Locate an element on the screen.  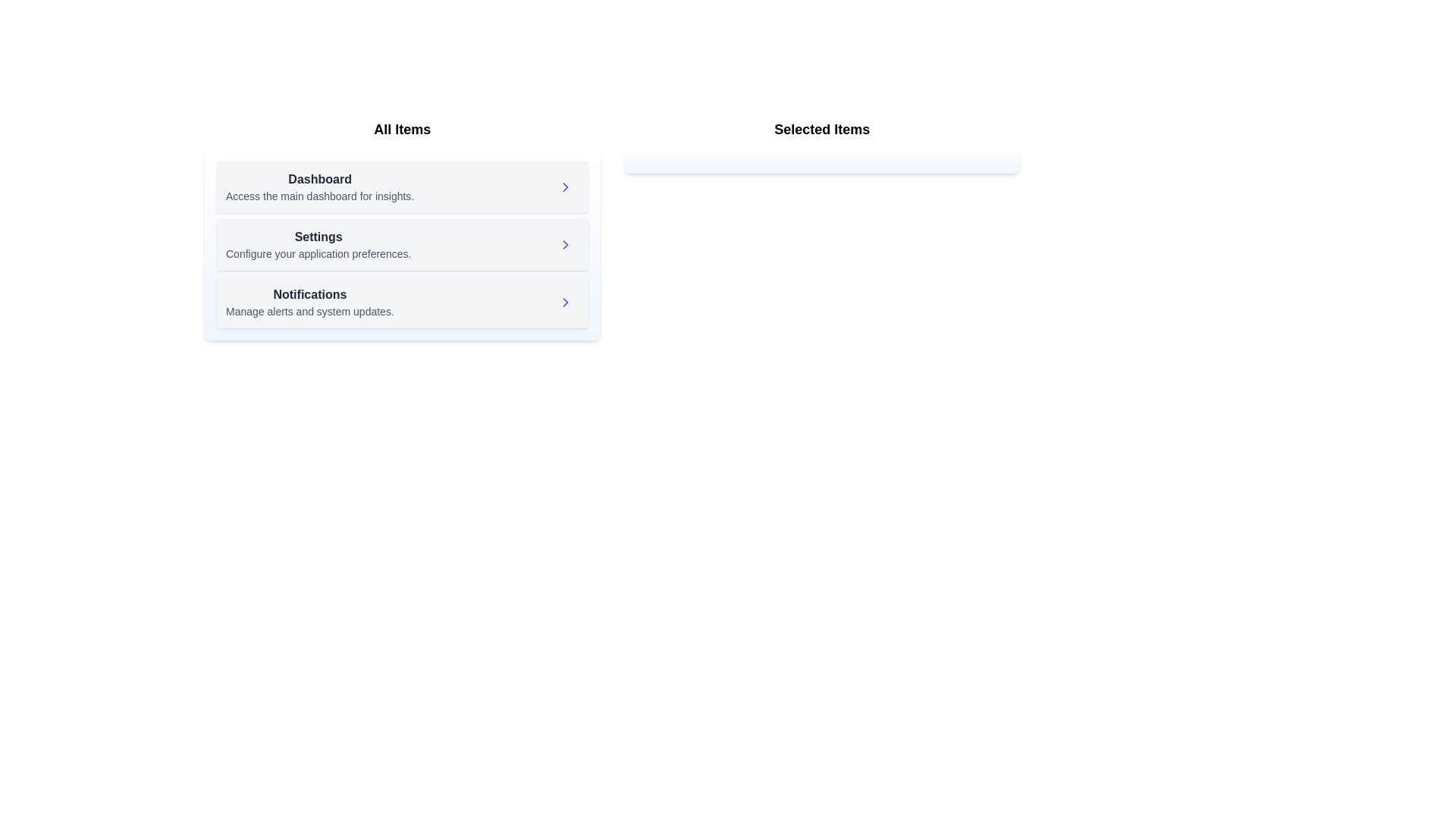
right arrow next to the item 'Dashboard' in the available items list to move it to the selected items list is located at coordinates (564, 186).